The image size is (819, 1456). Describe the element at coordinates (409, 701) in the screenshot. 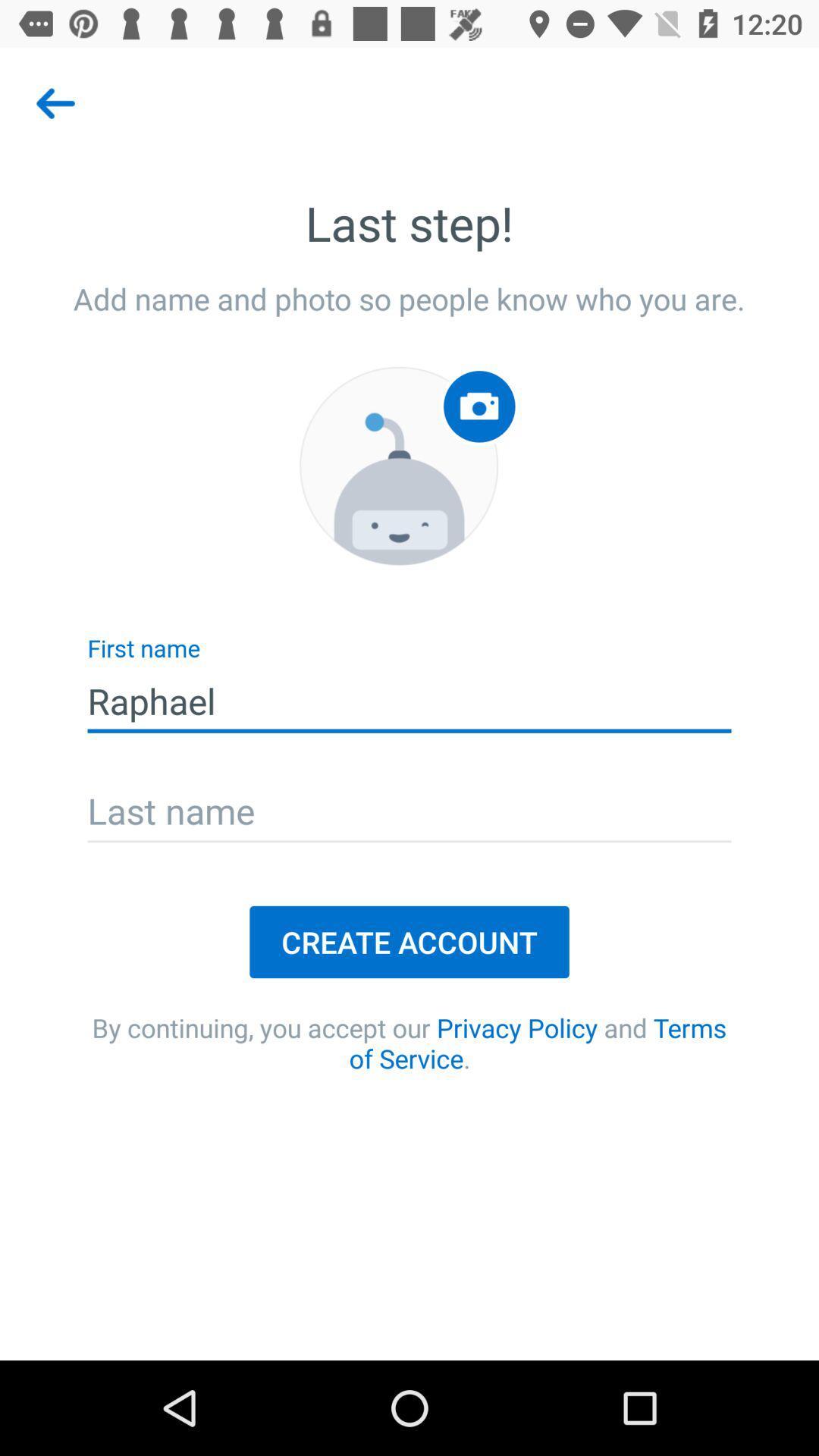

I see `the raphael item` at that location.